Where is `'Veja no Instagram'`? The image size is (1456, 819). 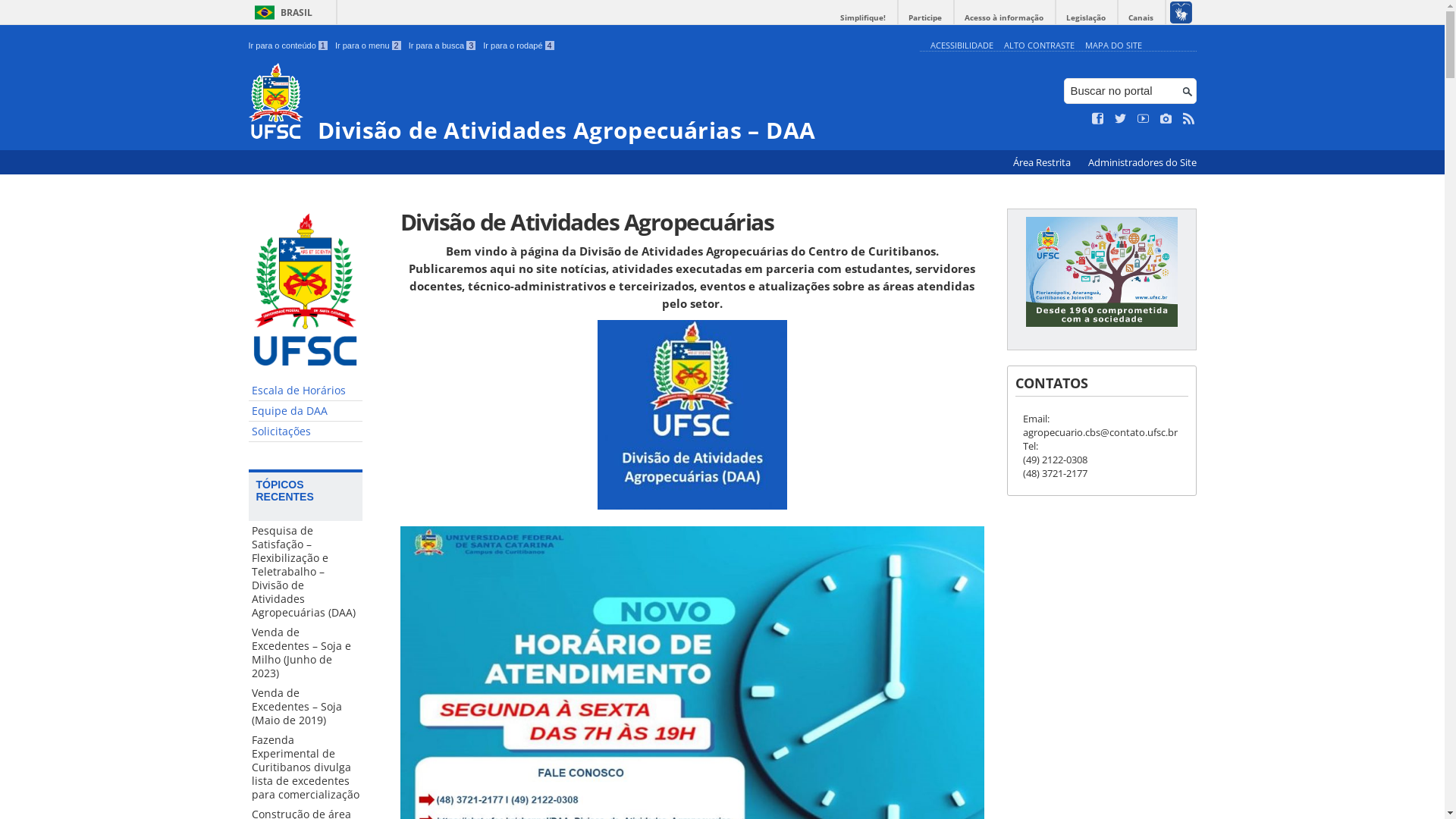 'Veja no Instagram' is located at coordinates (1165, 118).